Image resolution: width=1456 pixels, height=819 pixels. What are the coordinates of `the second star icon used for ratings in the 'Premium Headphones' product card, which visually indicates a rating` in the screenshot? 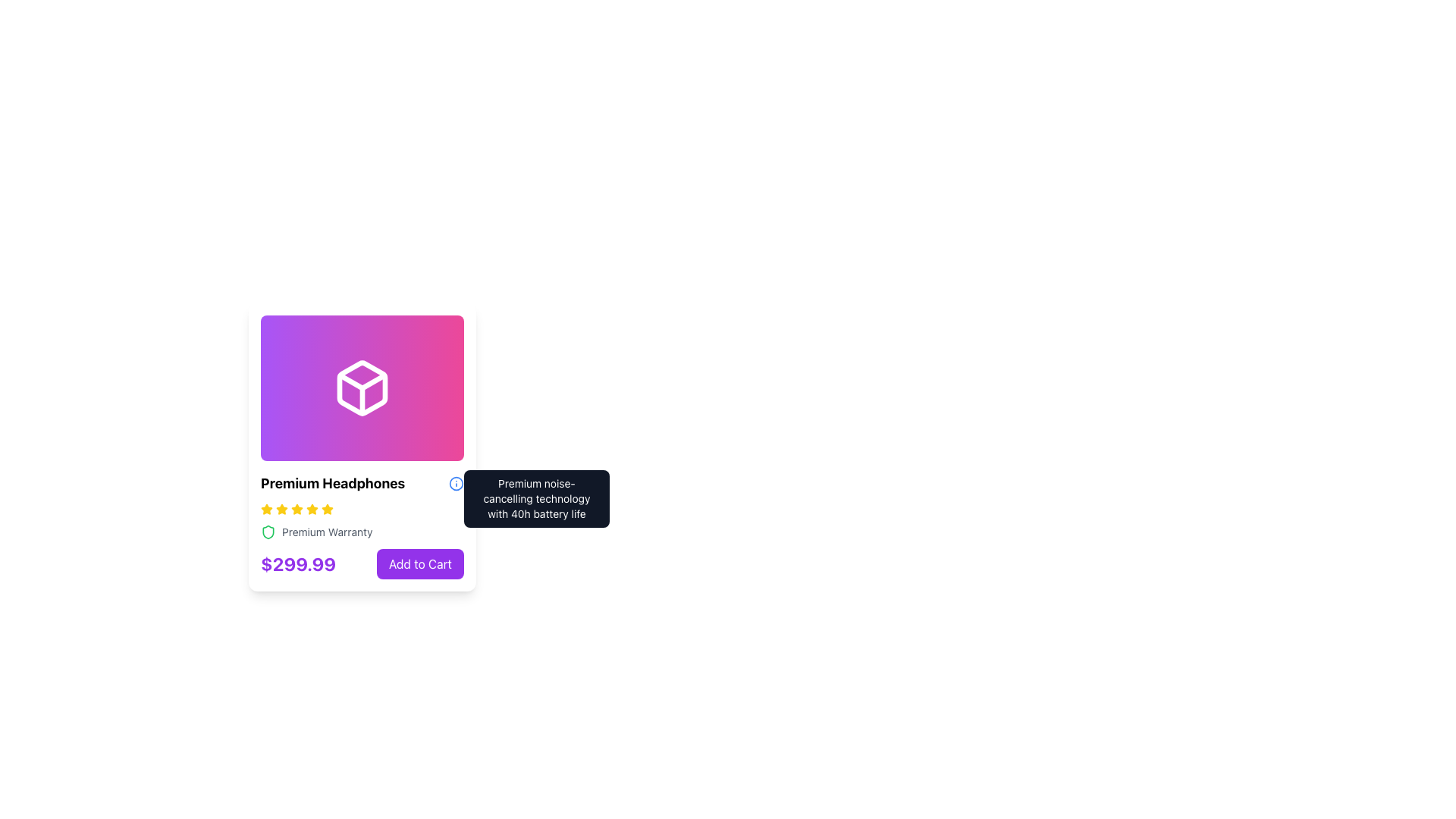 It's located at (266, 509).